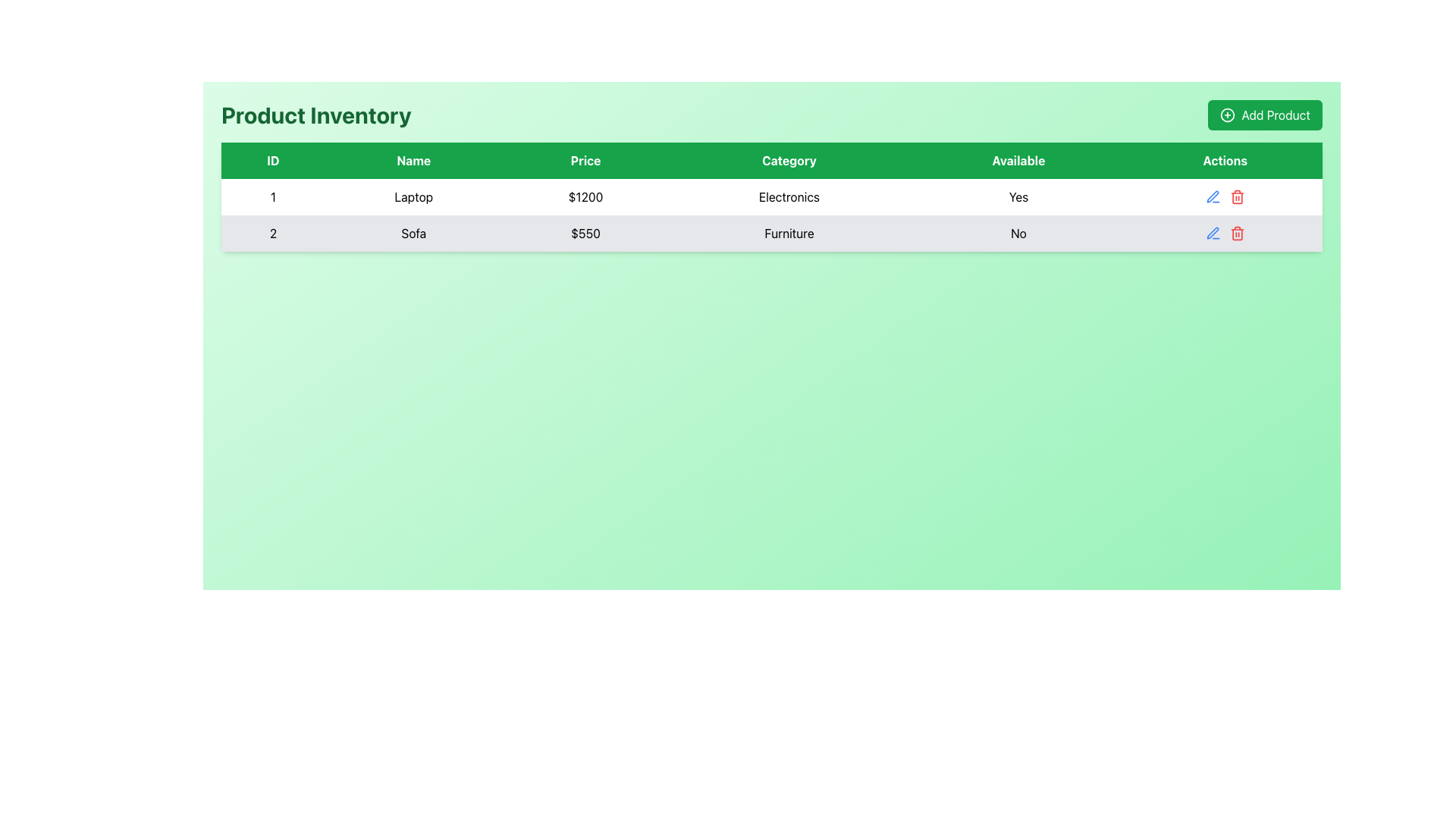 This screenshot has height=819, width=1456. I want to click on the 'Product Inventory' text label, which serves as a heading for the product inventory management section, so click(315, 114).